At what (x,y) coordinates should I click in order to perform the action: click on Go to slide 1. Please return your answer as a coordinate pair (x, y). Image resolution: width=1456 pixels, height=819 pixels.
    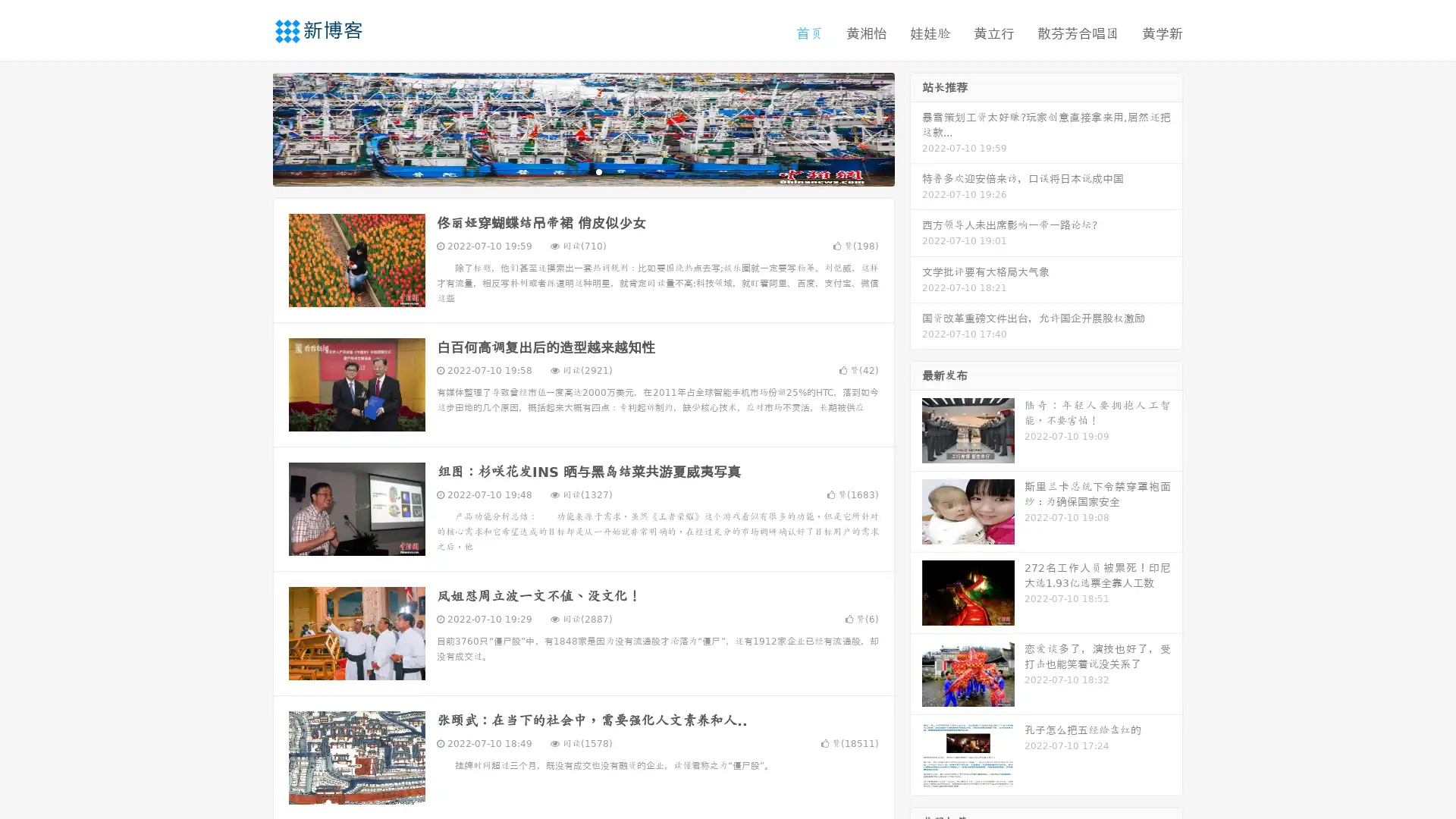
    Looking at the image, I should click on (567, 171).